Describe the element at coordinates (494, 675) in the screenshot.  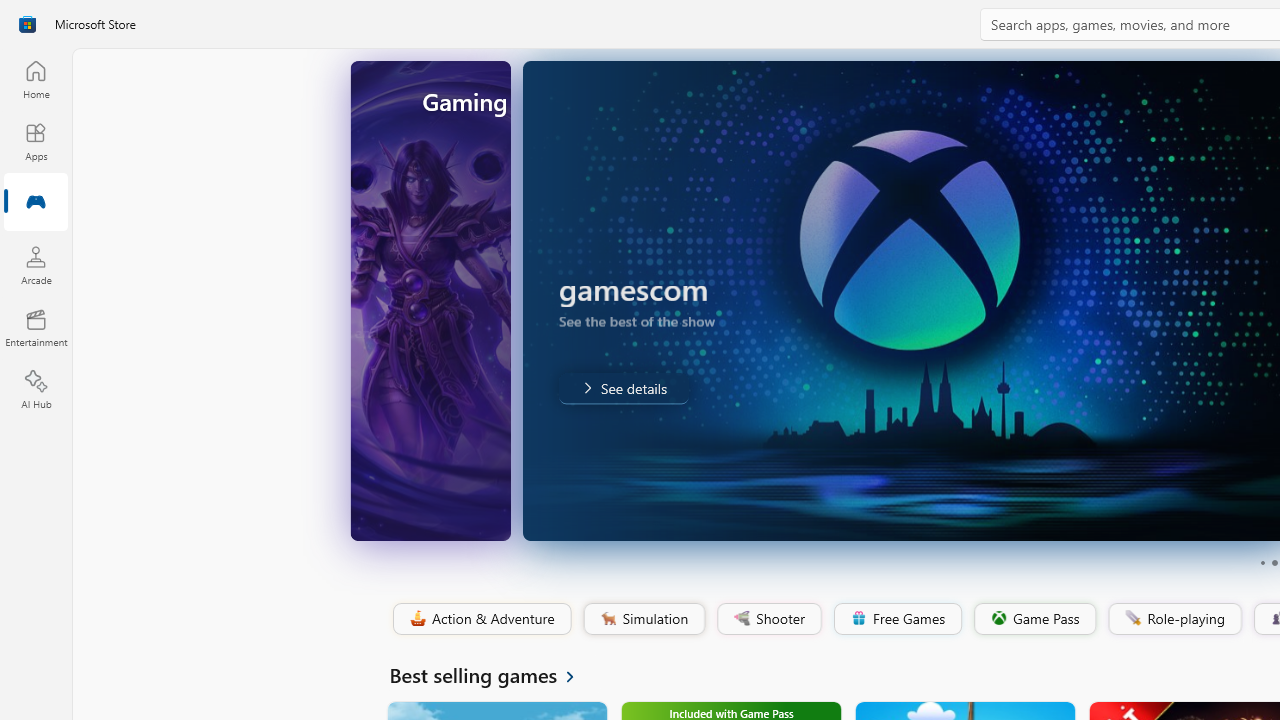
I see `'See all  Best selling games'` at that location.